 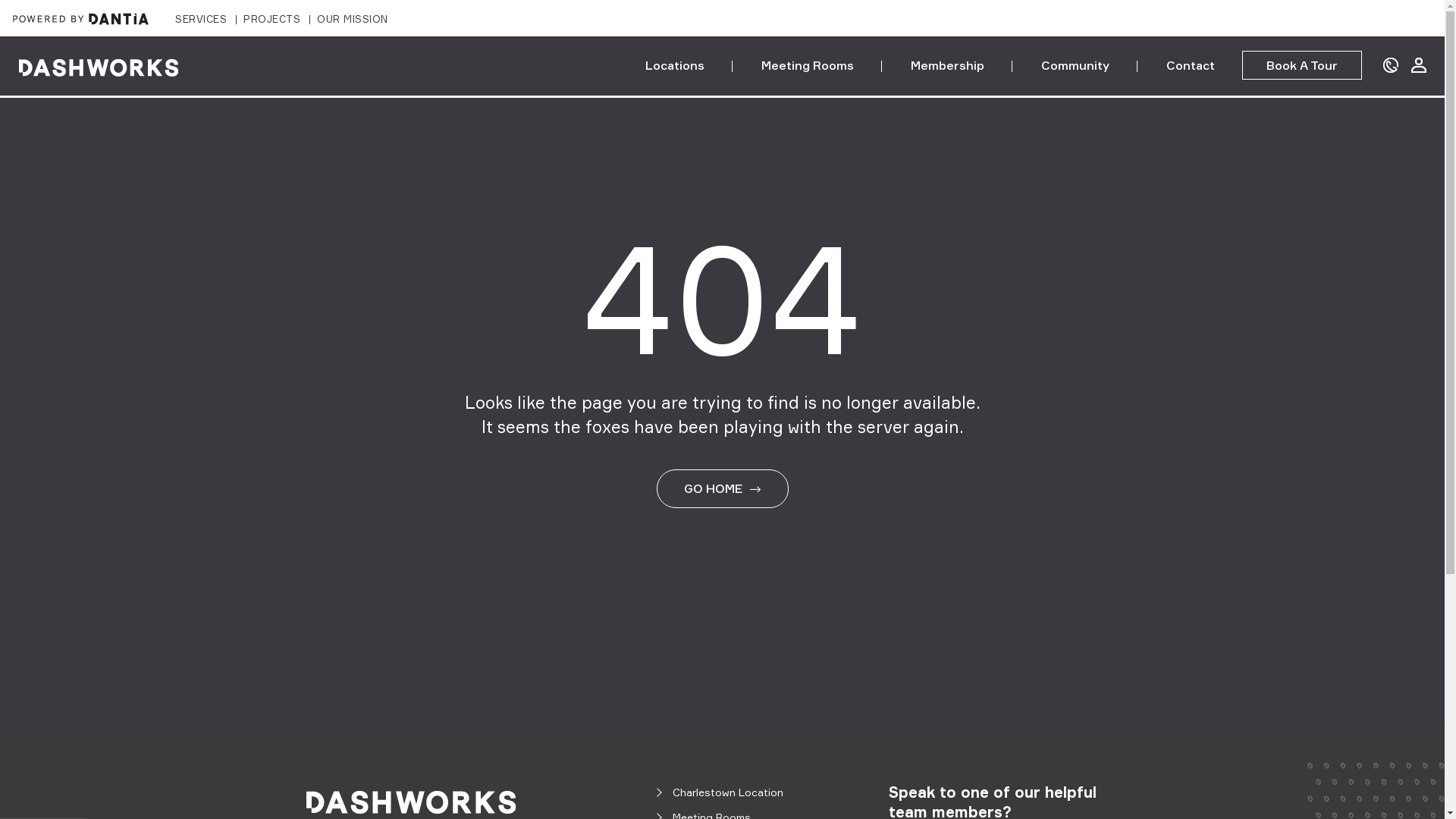 What do you see at coordinates (910, 64) in the screenshot?
I see `'Membership'` at bounding box center [910, 64].